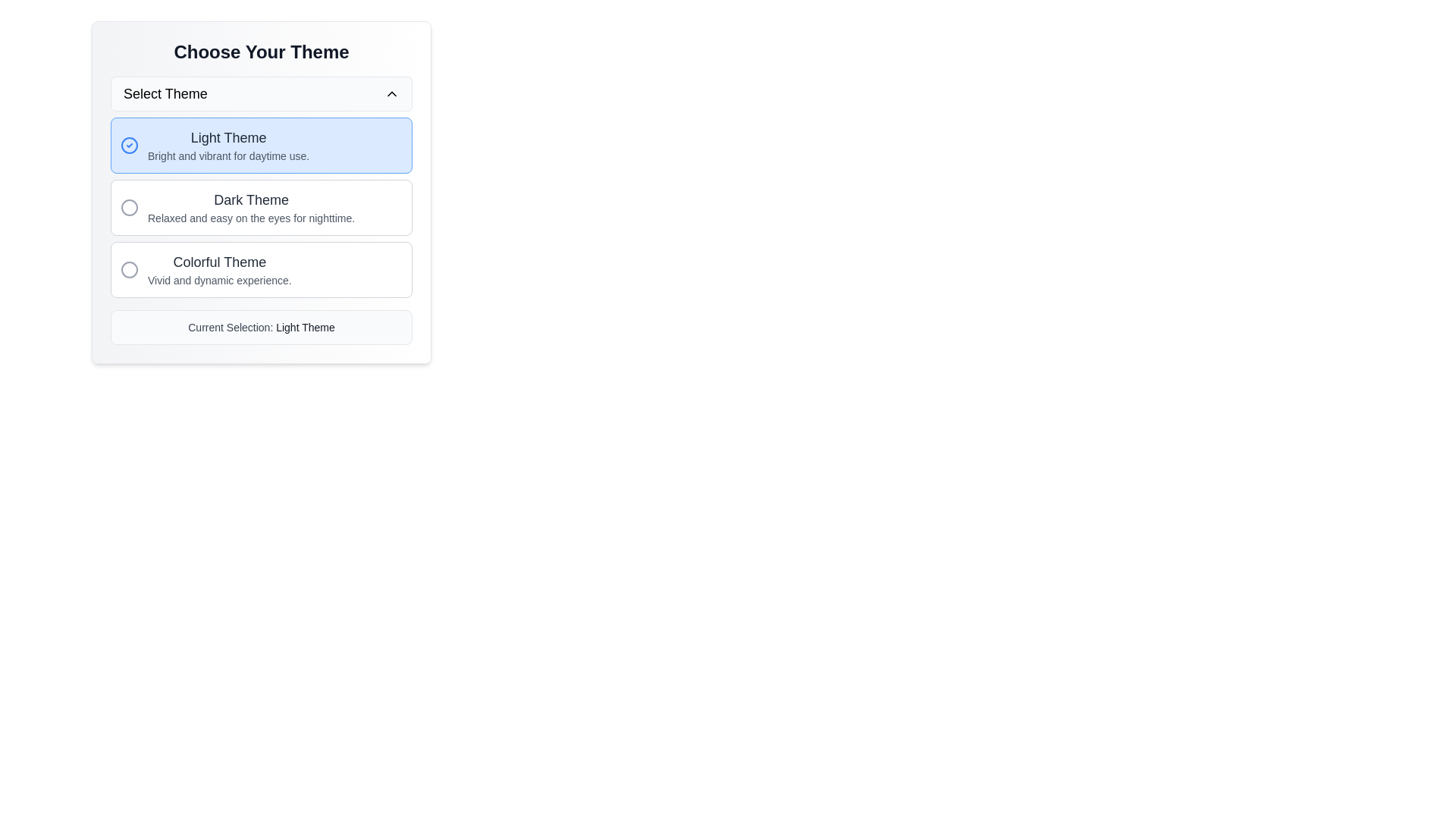 The image size is (1456, 819). I want to click on the descriptive text block about the 'Dark Theme' option, so click(251, 207).